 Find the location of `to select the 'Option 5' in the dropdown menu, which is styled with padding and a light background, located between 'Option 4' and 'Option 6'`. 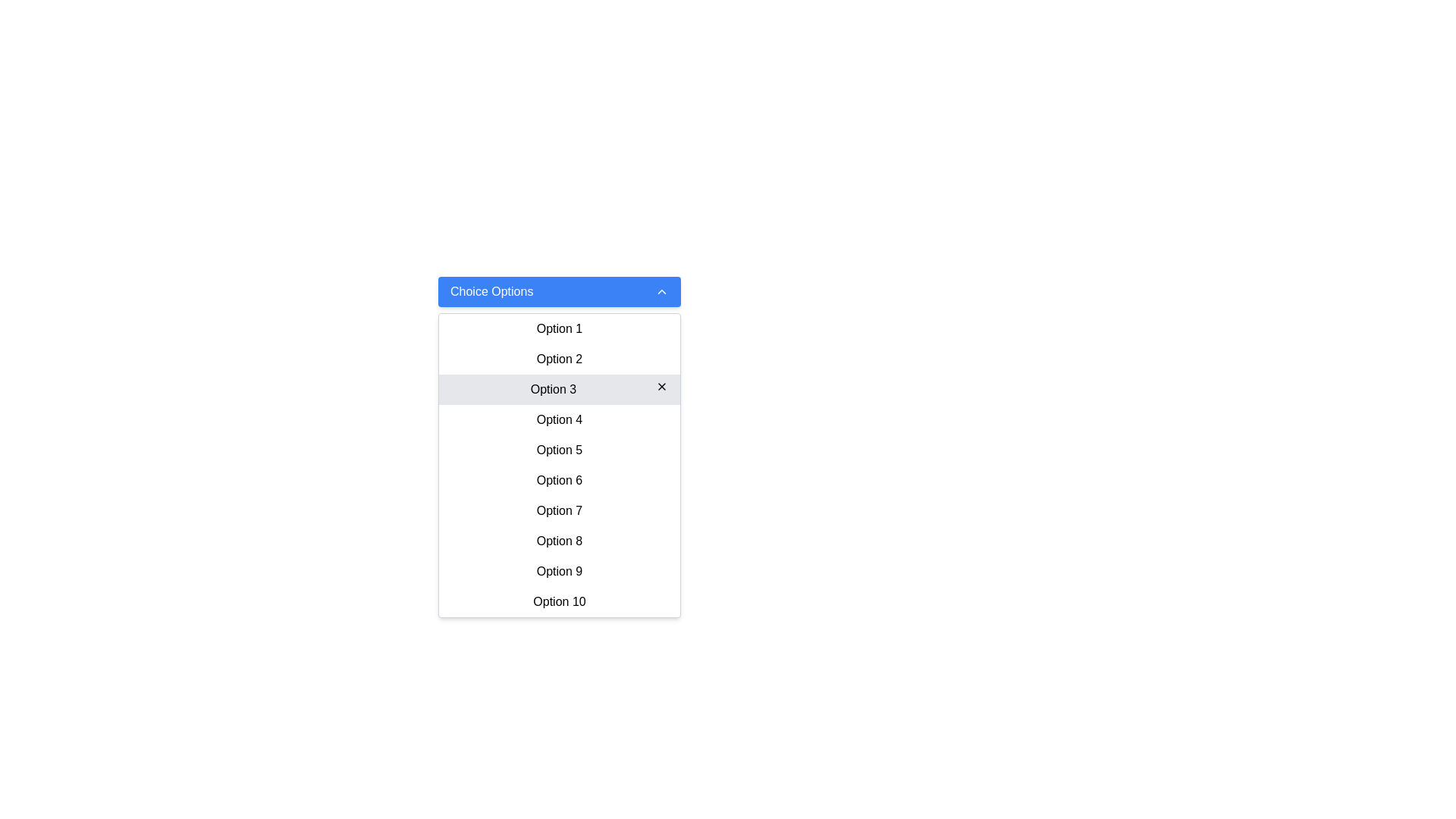

to select the 'Option 5' in the dropdown menu, which is styled with padding and a light background, located between 'Option 4' and 'Option 6' is located at coordinates (559, 450).